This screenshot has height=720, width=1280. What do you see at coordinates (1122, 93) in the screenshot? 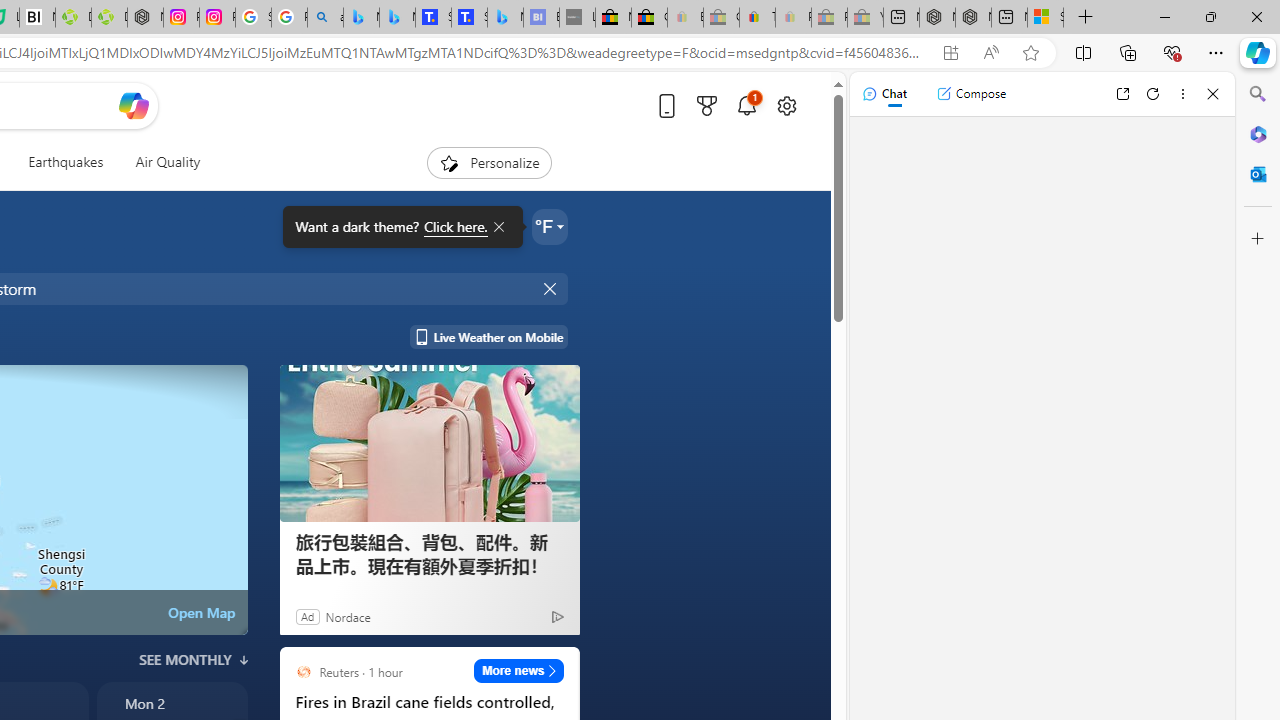
I see `'Open link in new tab'` at bounding box center [1122, 93].